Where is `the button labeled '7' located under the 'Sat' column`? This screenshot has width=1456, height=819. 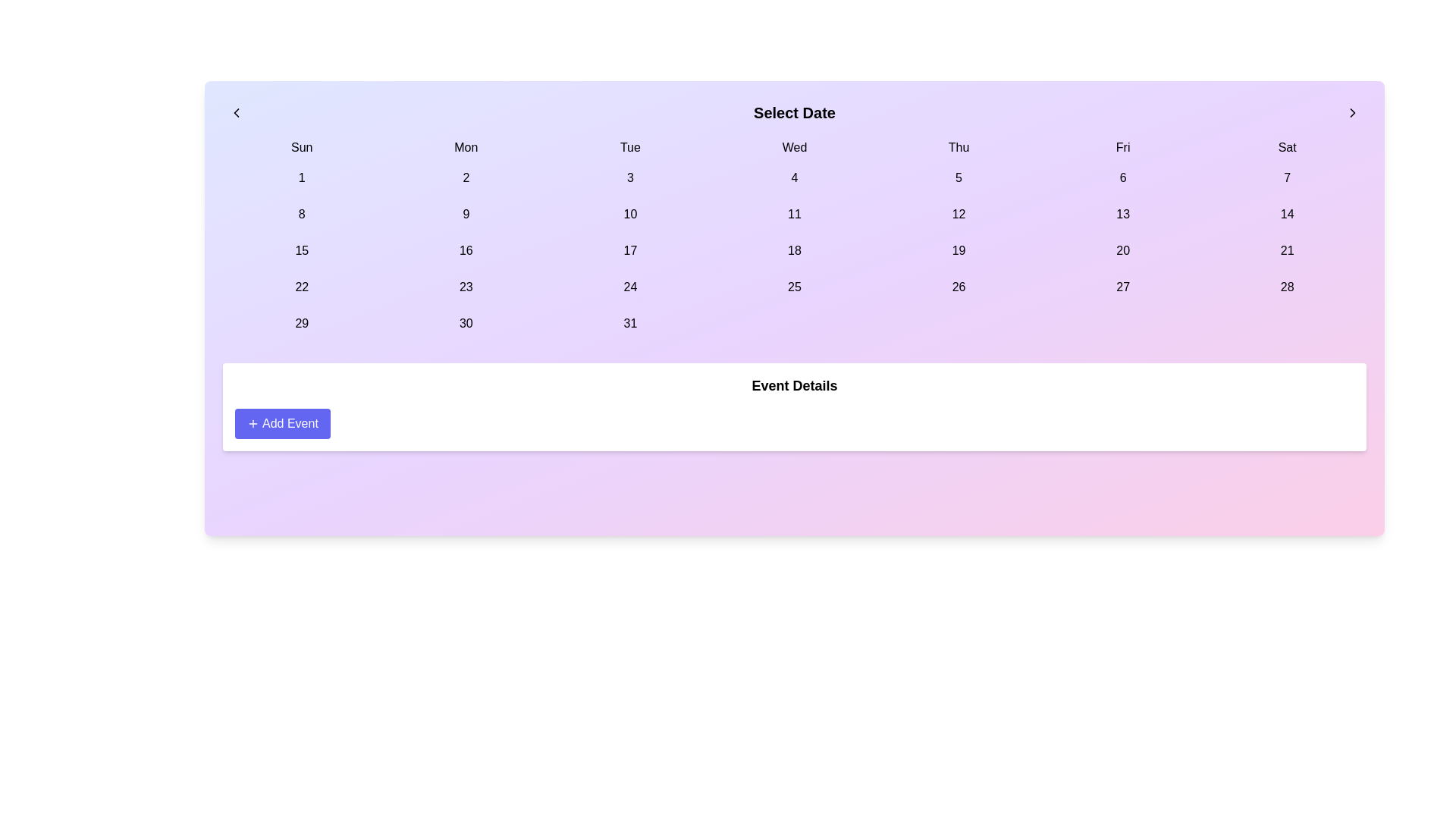 the button labeled '7' located under the 'Sat' column is located at coordinates (1286, 177).